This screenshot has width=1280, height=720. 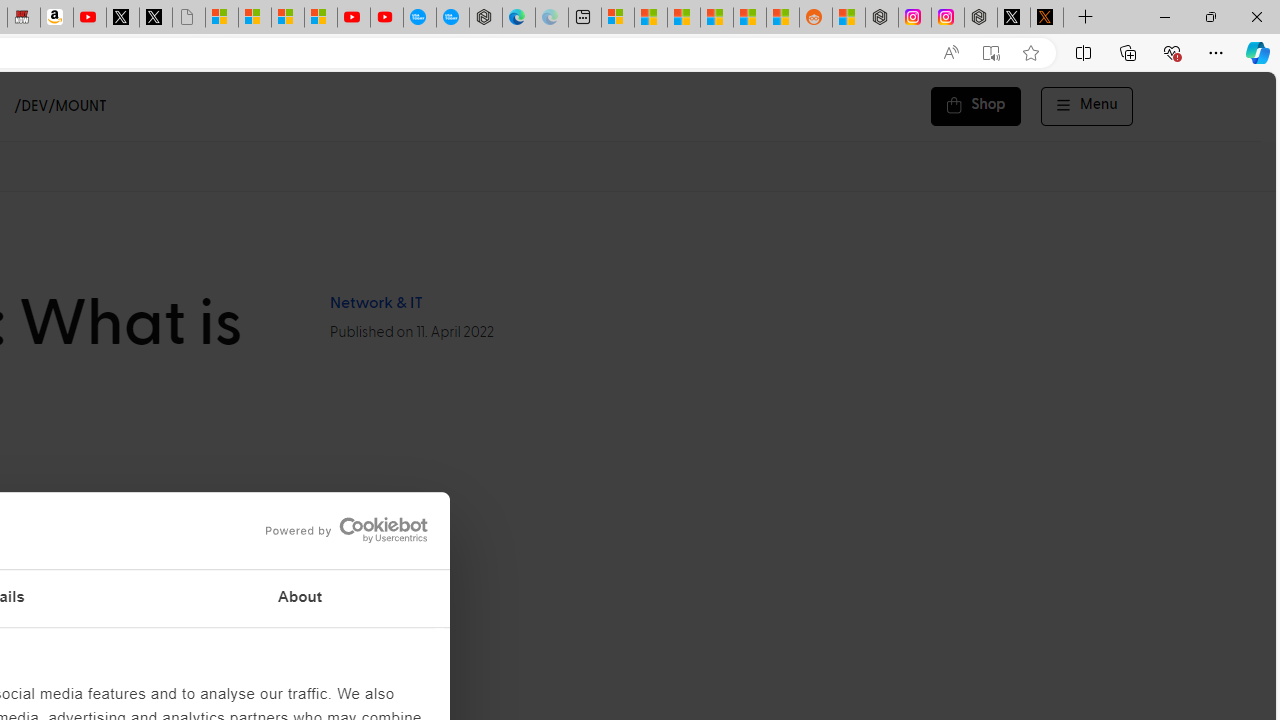 I want to click on 'About', so click(x=299, y=598).